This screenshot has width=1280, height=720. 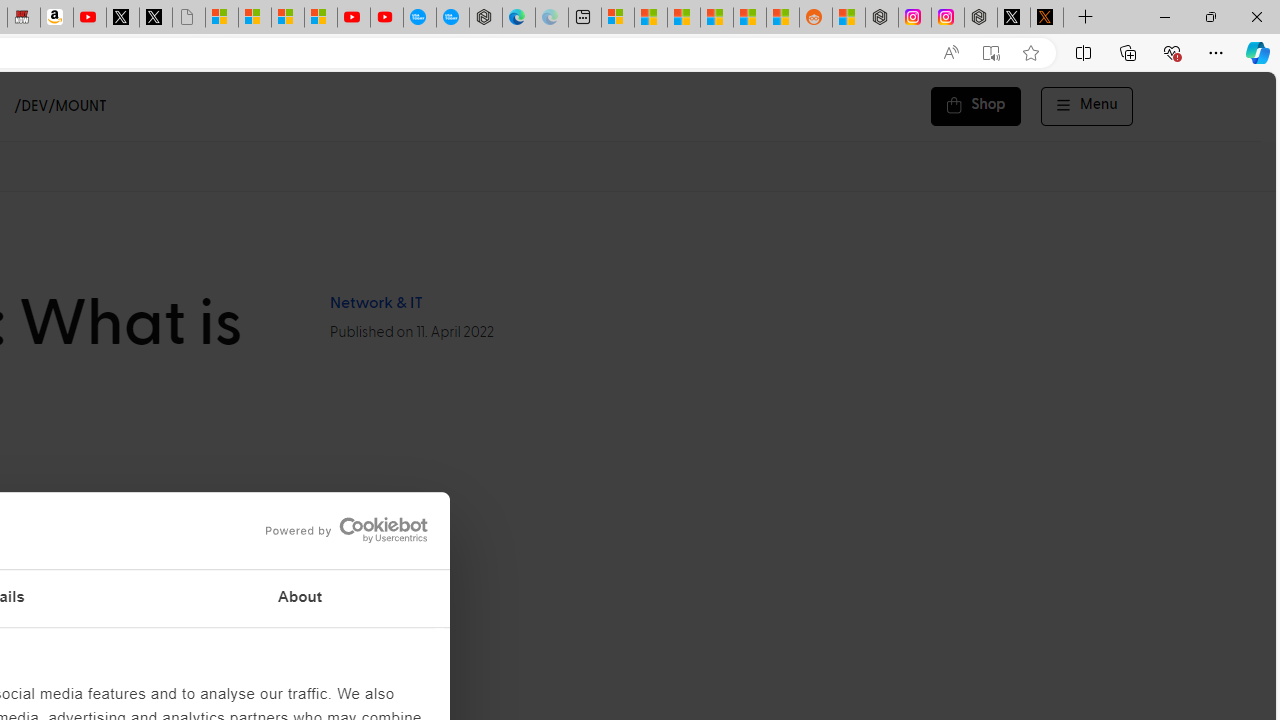 I want to click on 'About', so click(x=299, y=598).